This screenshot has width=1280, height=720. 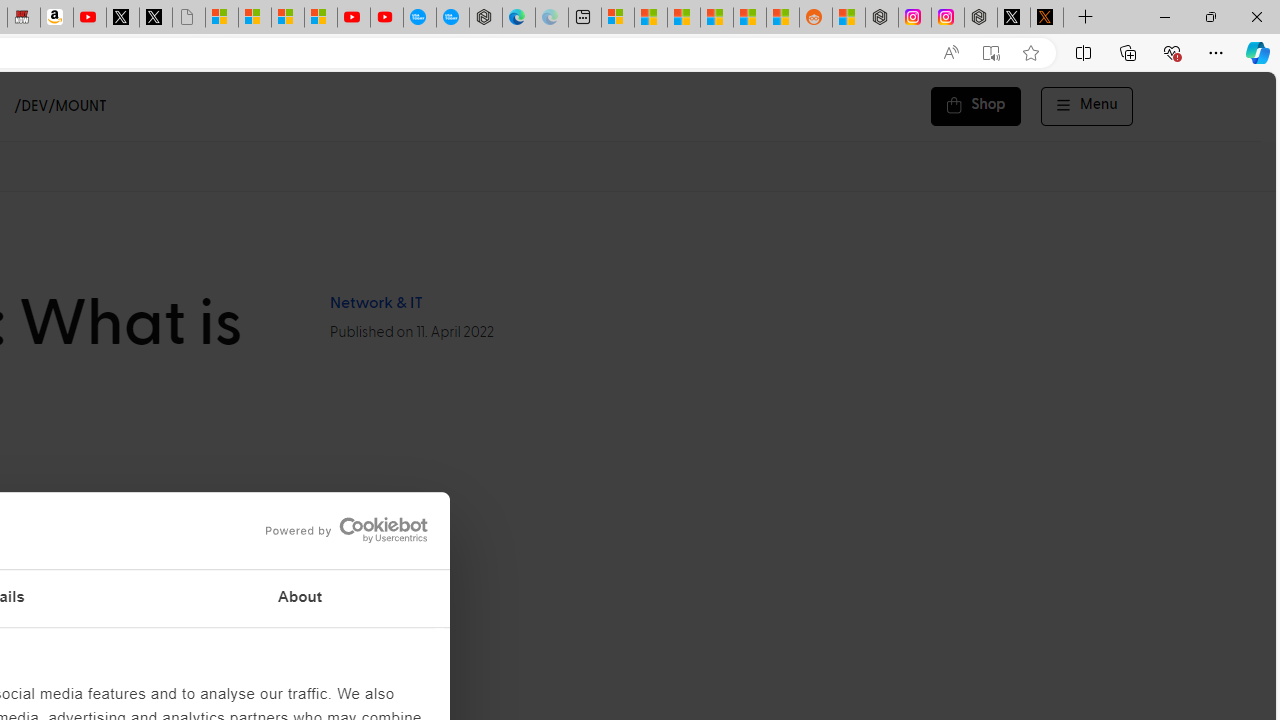 I want to click on 'About', so click(x=299, y=598).